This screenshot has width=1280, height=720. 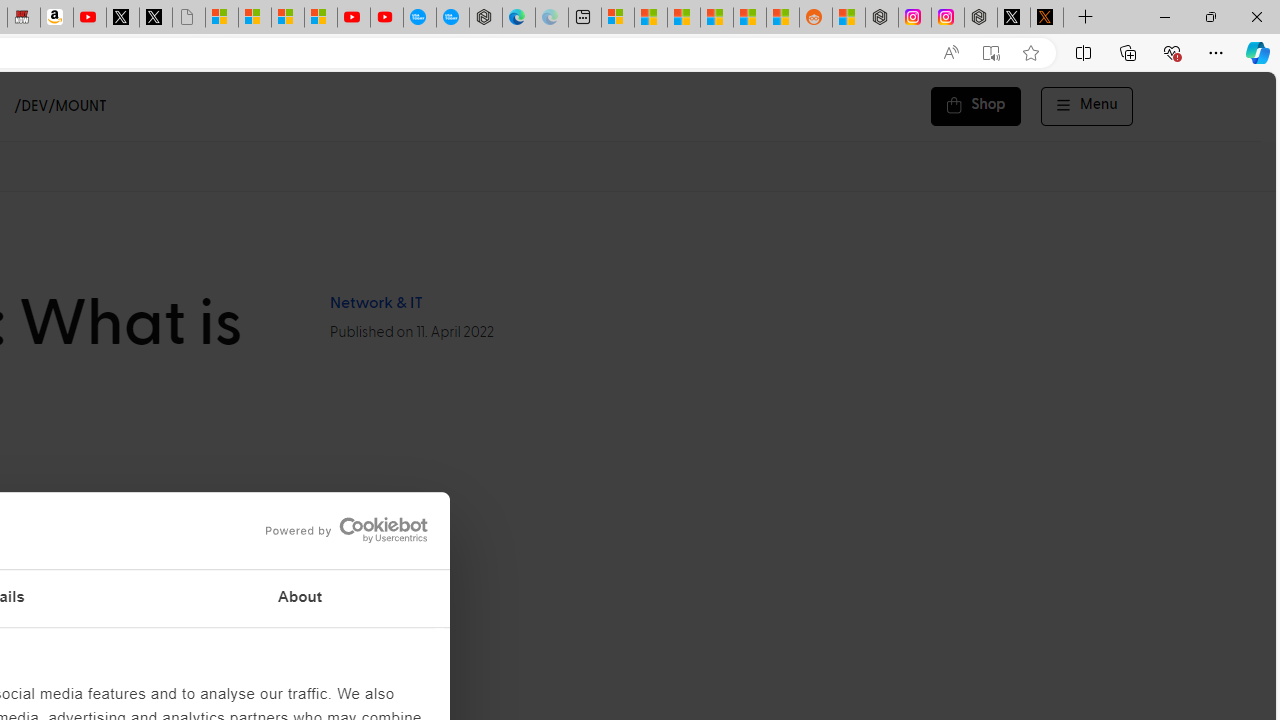 I want to click on 'About', so click(x=299, y=598).